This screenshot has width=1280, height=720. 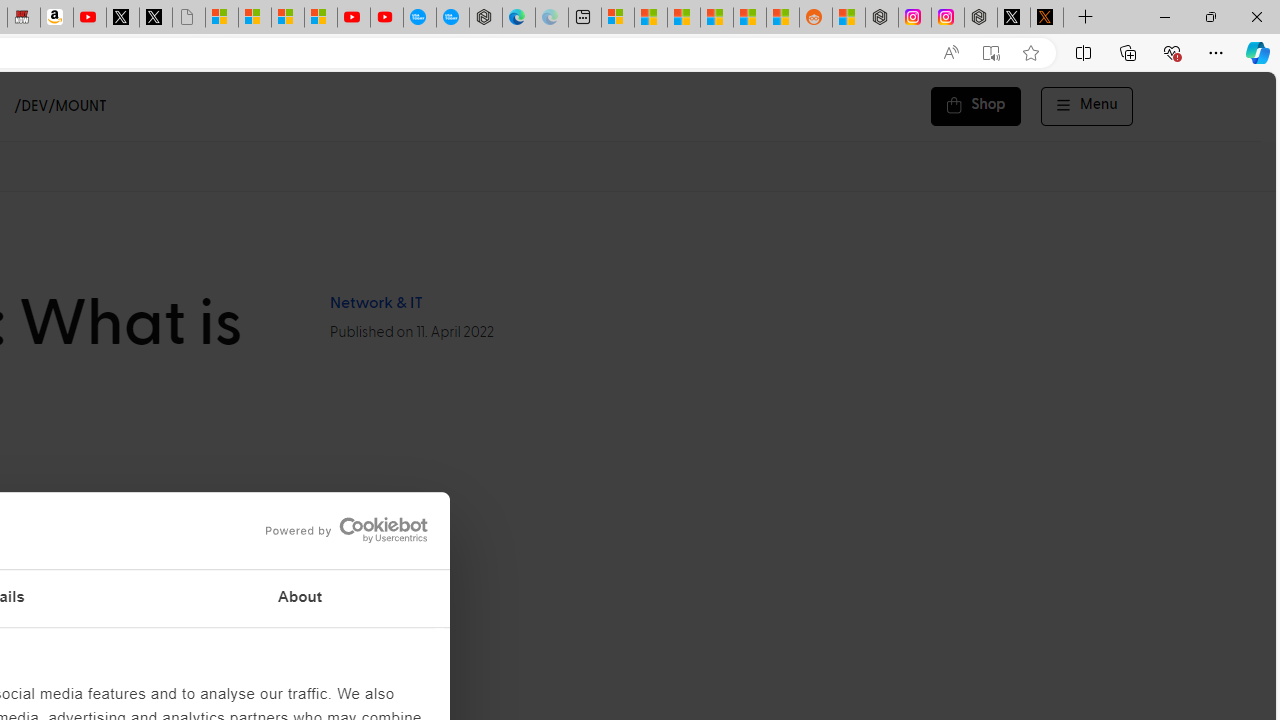 I want to click on 'About', so click(x=299, y=598).